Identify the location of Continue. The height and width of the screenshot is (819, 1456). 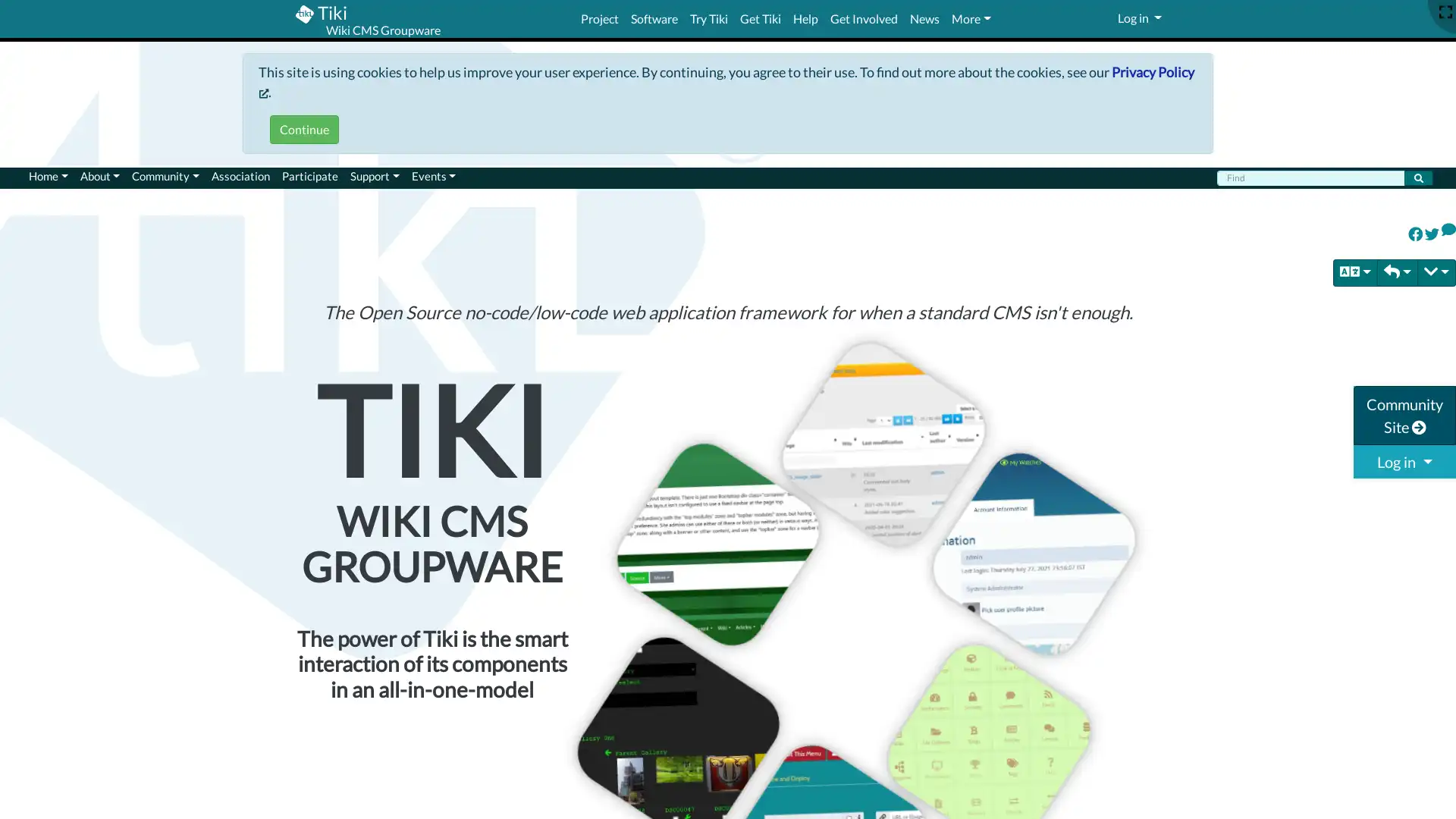
(303, 127).